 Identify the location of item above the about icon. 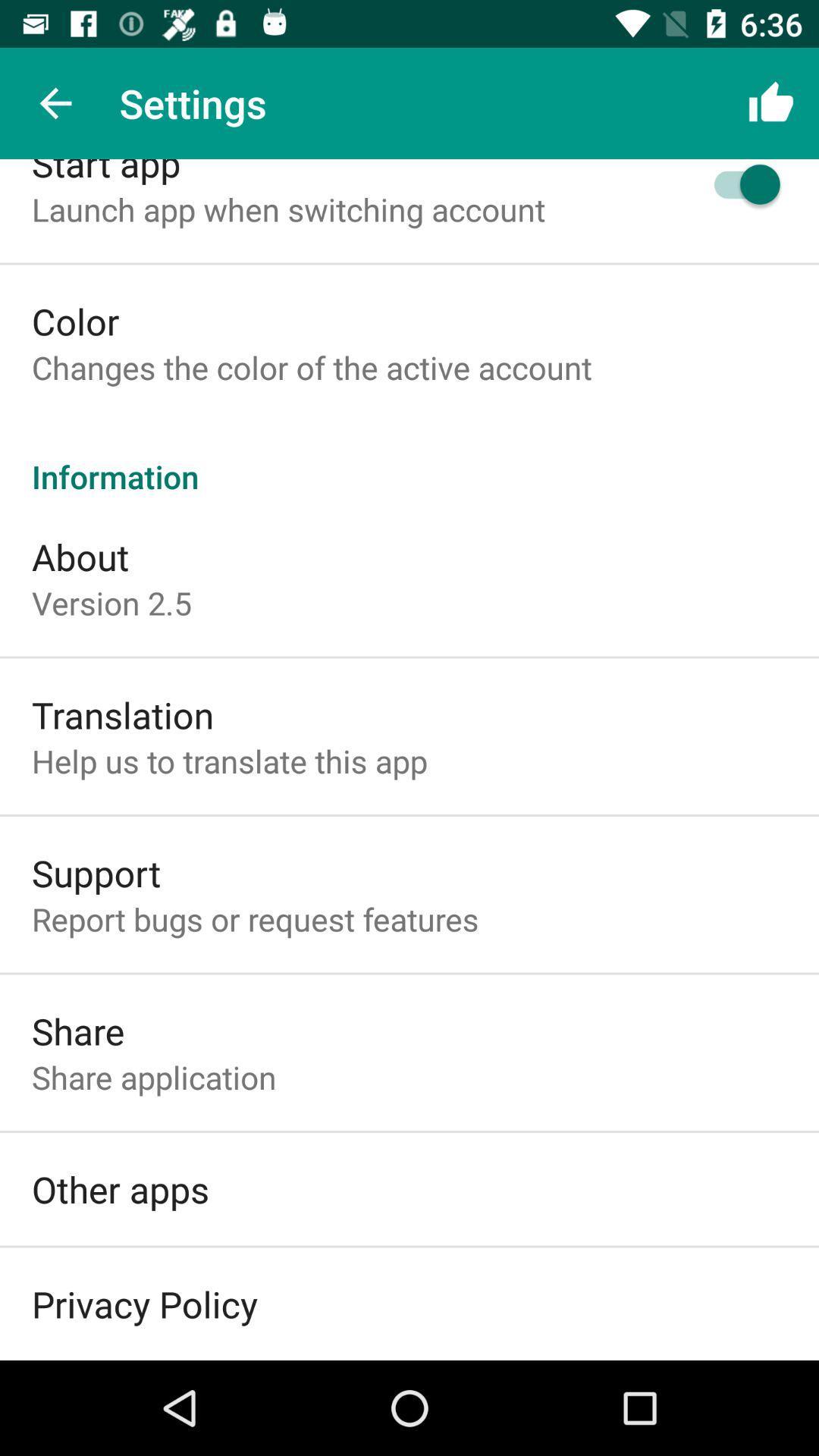
(409, 460).